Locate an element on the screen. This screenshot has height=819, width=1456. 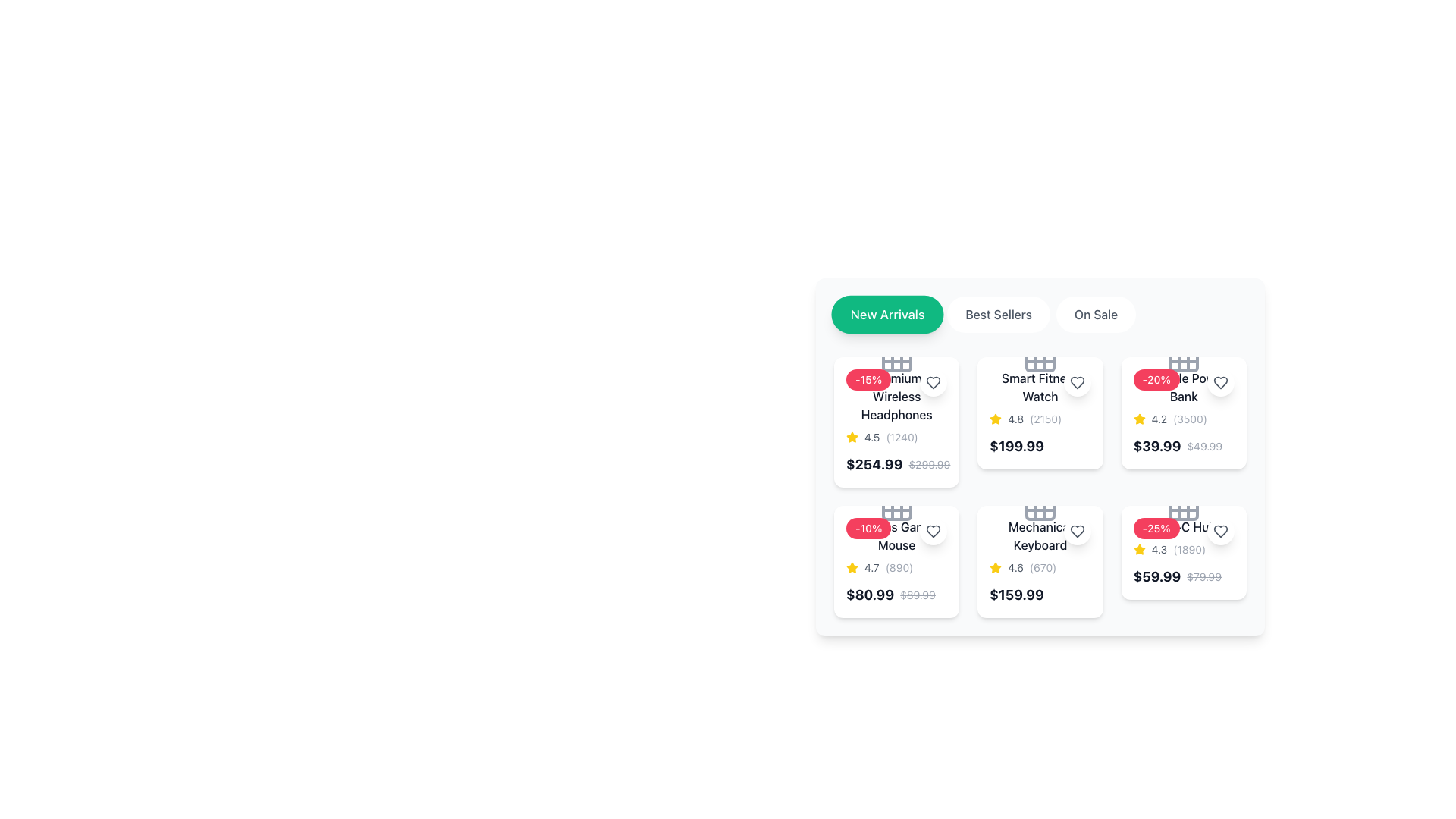
the rating information displayed on the rating indicator for the 'Mechanical Keyboard' located in the middle row of the card grid layout, second column is located at coordinates (1040, 567).